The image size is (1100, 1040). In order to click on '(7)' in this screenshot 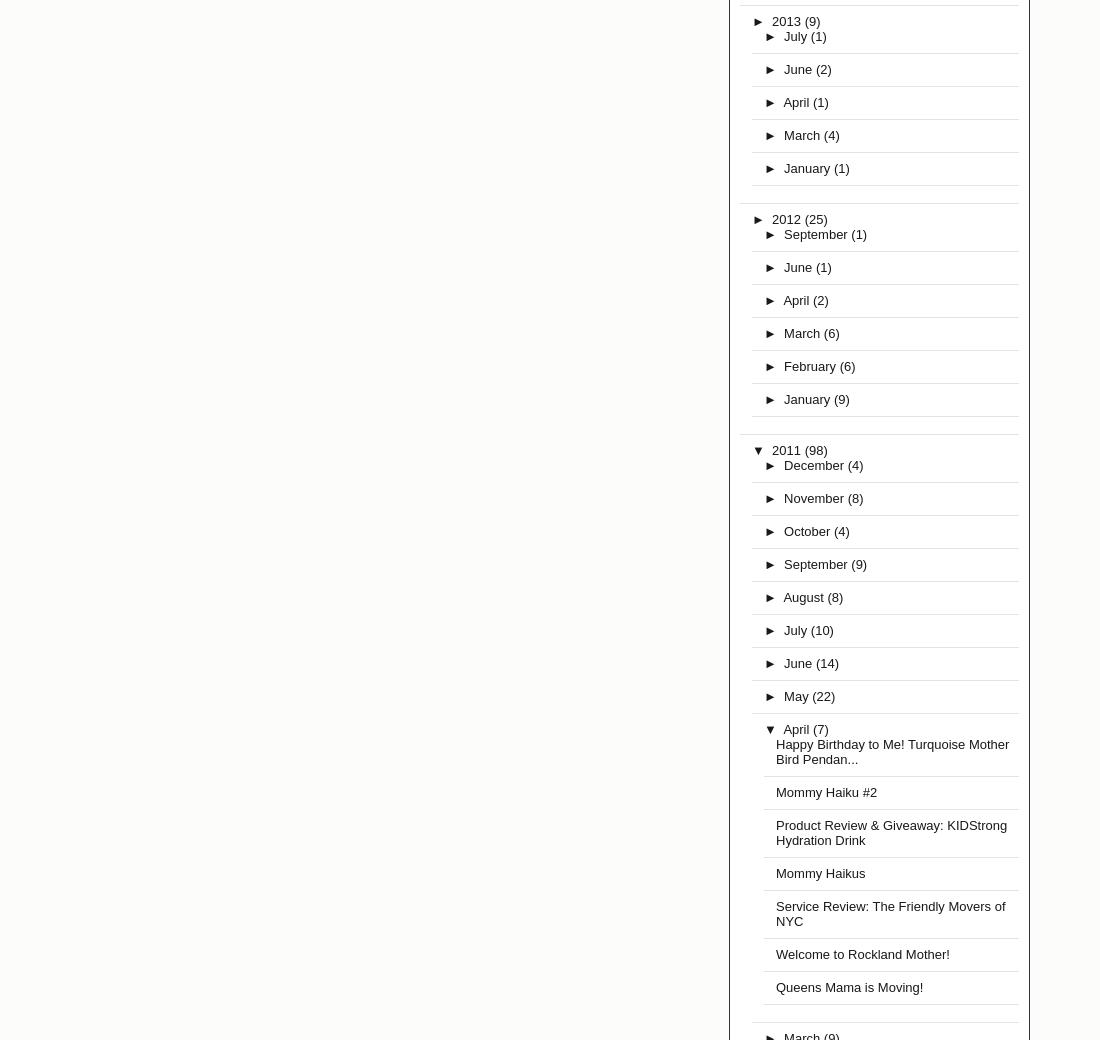, I will do `click(820, 729)`.